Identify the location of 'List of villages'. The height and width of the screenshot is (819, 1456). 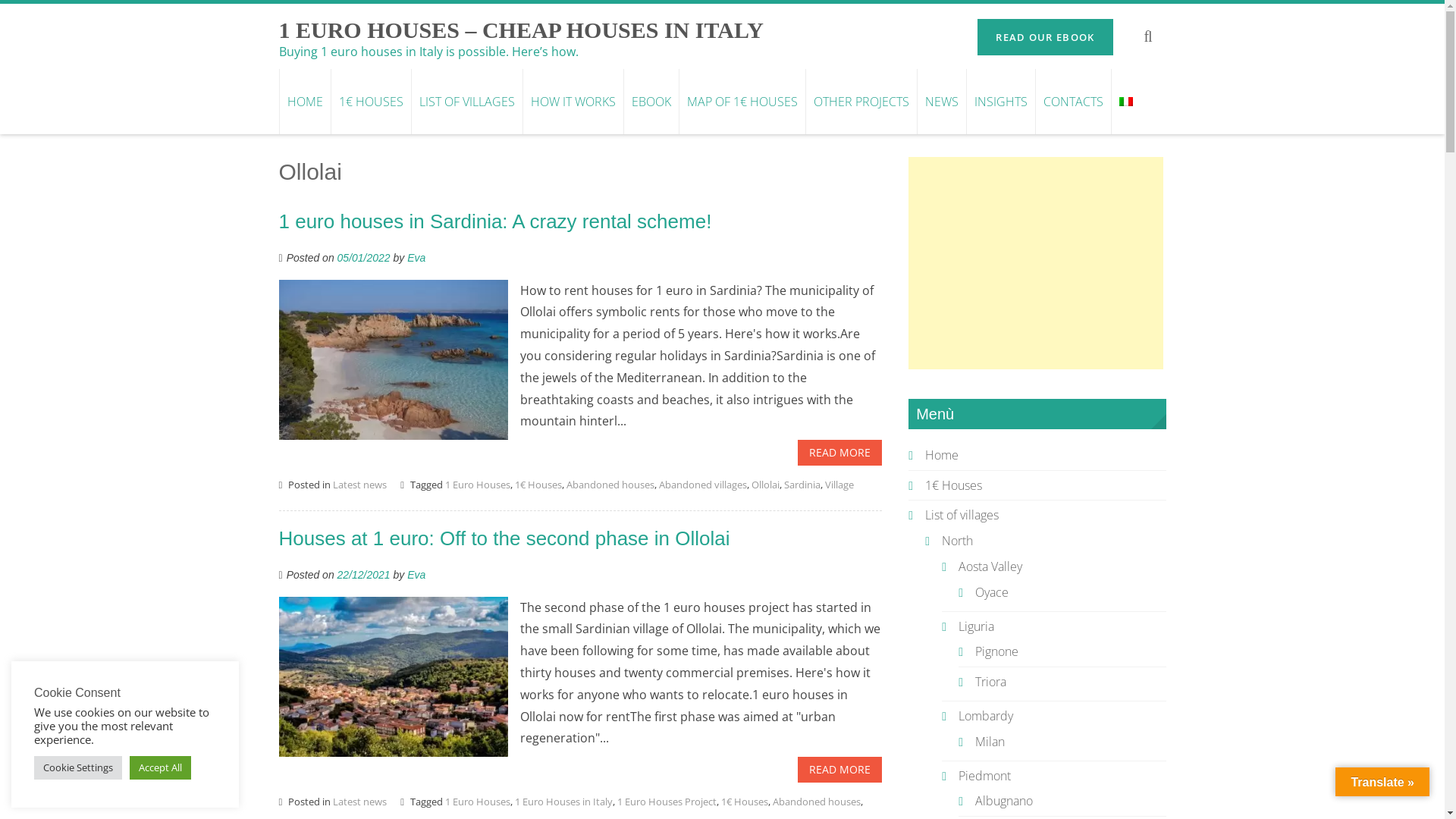
(961, 513).